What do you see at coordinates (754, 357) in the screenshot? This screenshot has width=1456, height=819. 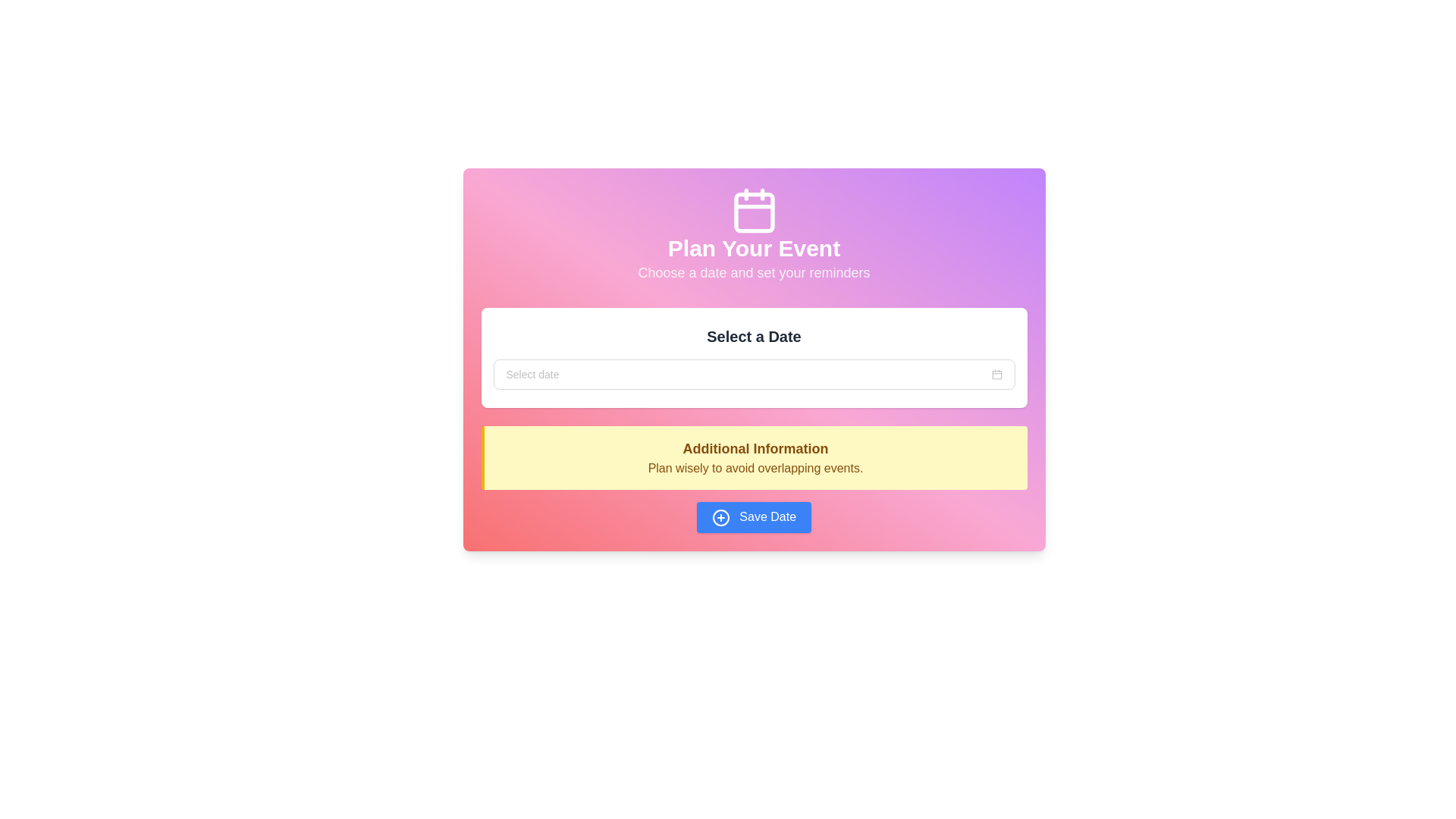 I see `a date from the date-picker input, which has the placeholder 'Select date' and is styled with rounded corners, located centrally in the layout` at bounding box center [754, 357].